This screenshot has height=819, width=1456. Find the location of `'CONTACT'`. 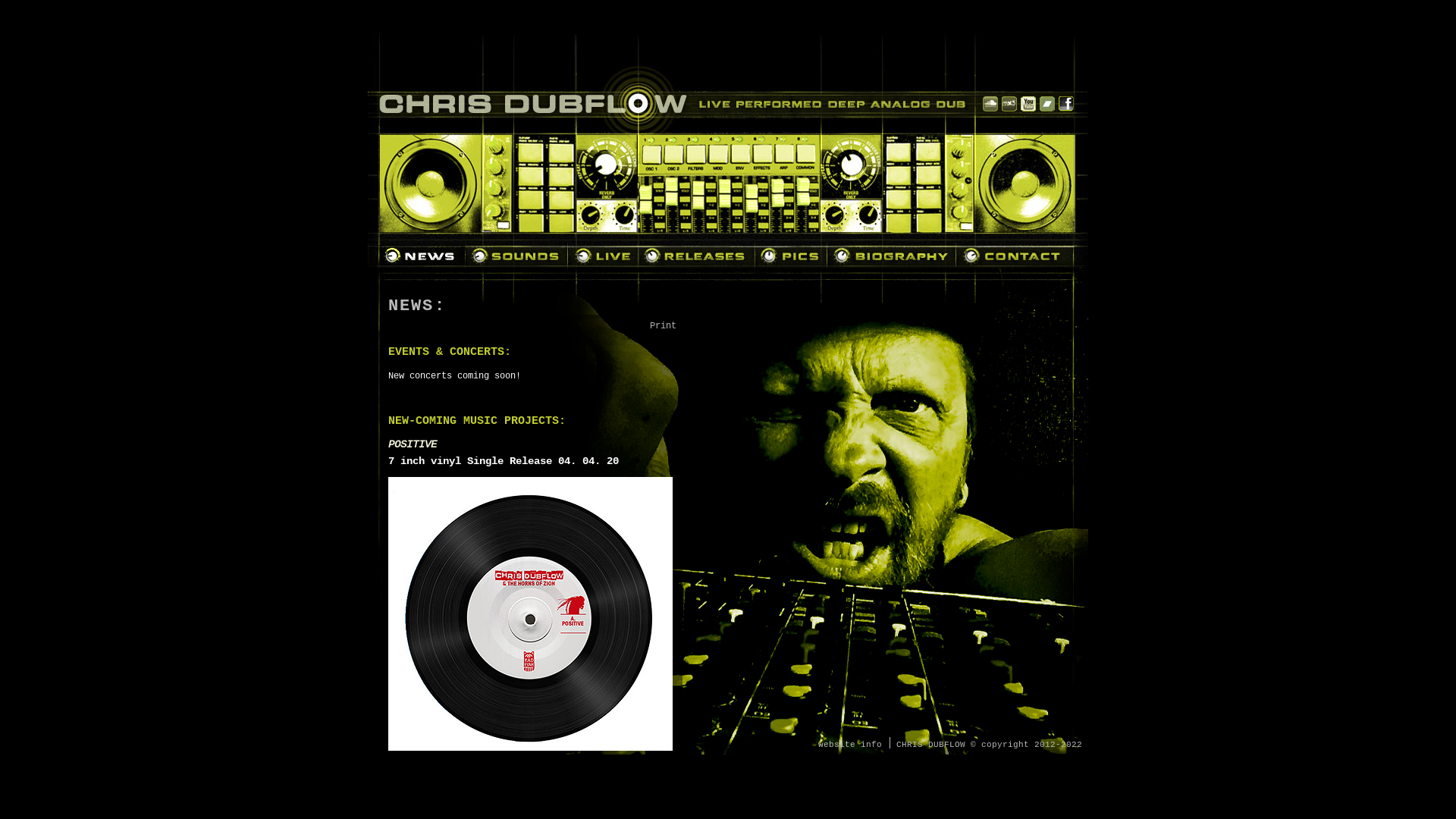

'CONTACT' is located at coordinates (1015, 256).